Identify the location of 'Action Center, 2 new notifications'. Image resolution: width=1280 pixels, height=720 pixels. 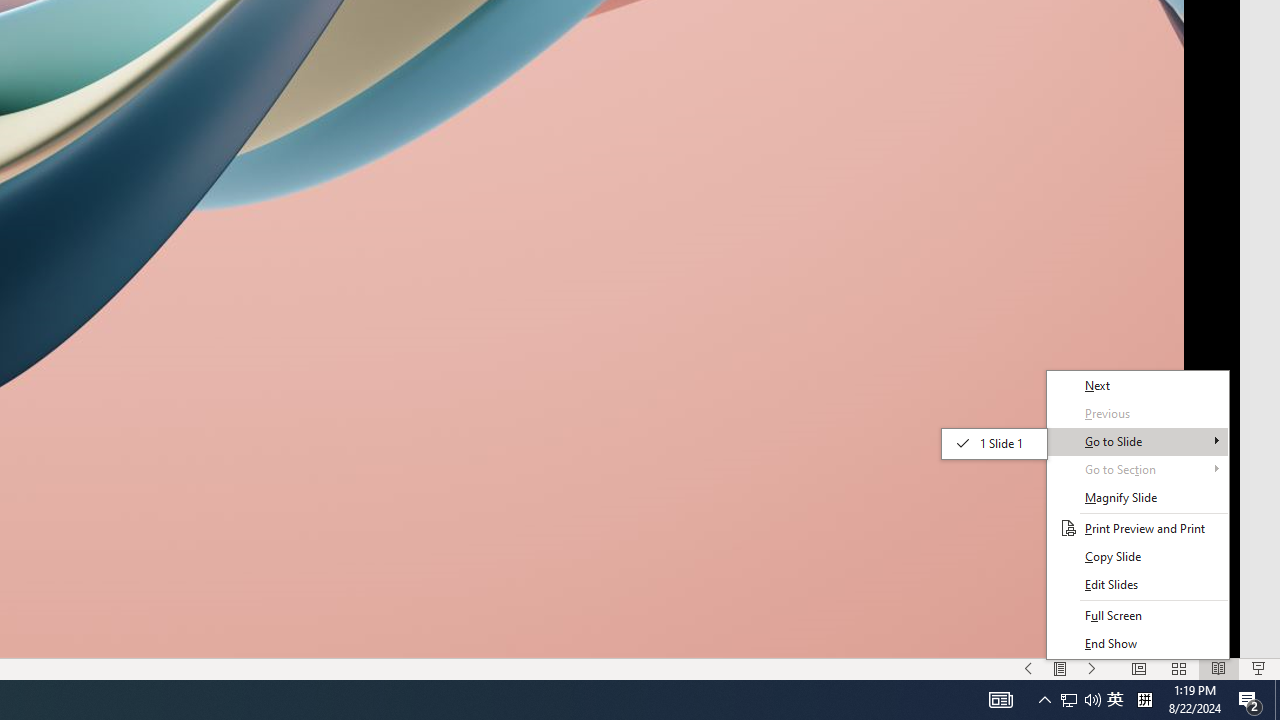
(1250, 698).